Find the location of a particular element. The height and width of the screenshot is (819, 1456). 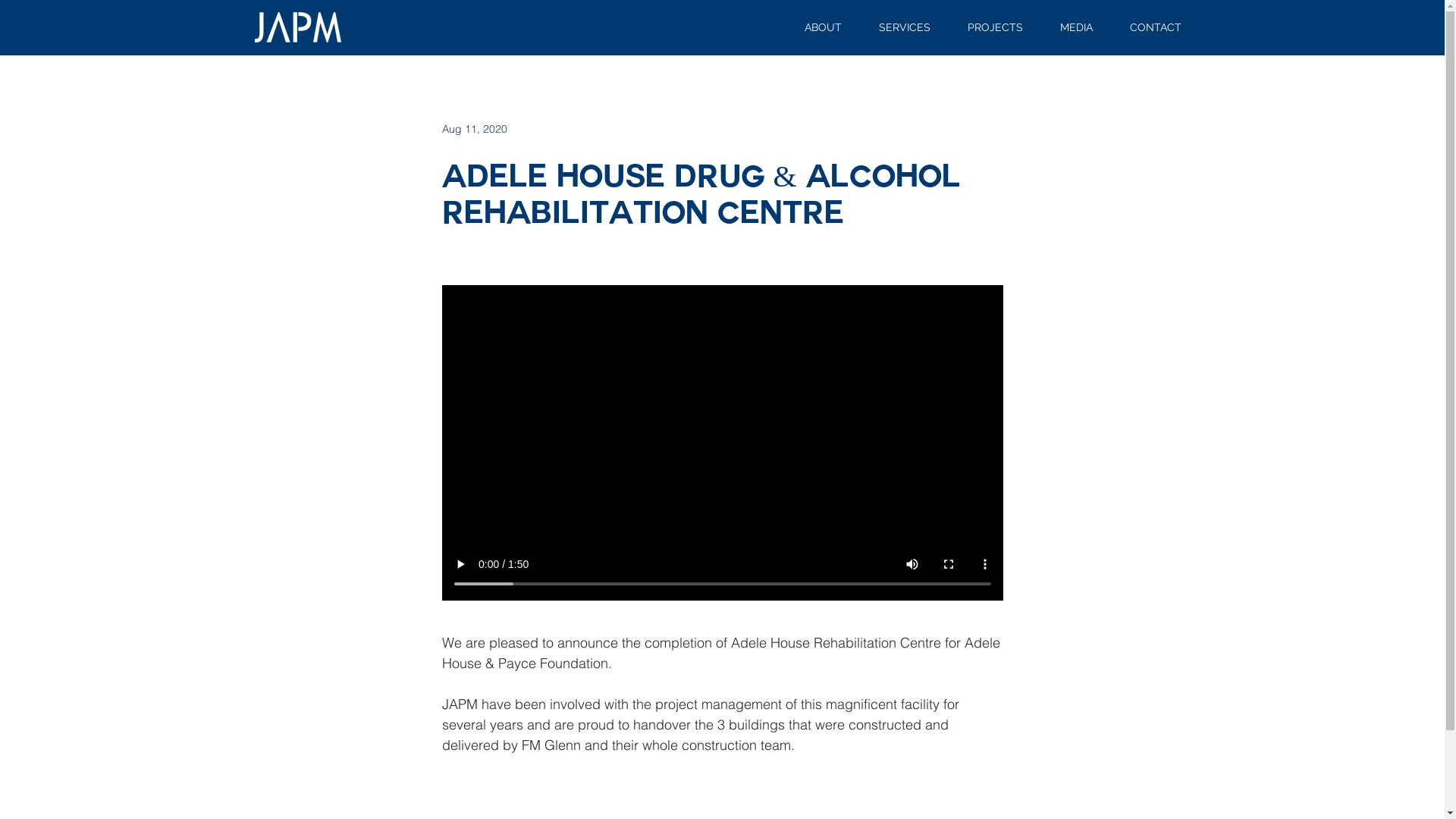

'SERVICES' is located at coordinates (904, 27).